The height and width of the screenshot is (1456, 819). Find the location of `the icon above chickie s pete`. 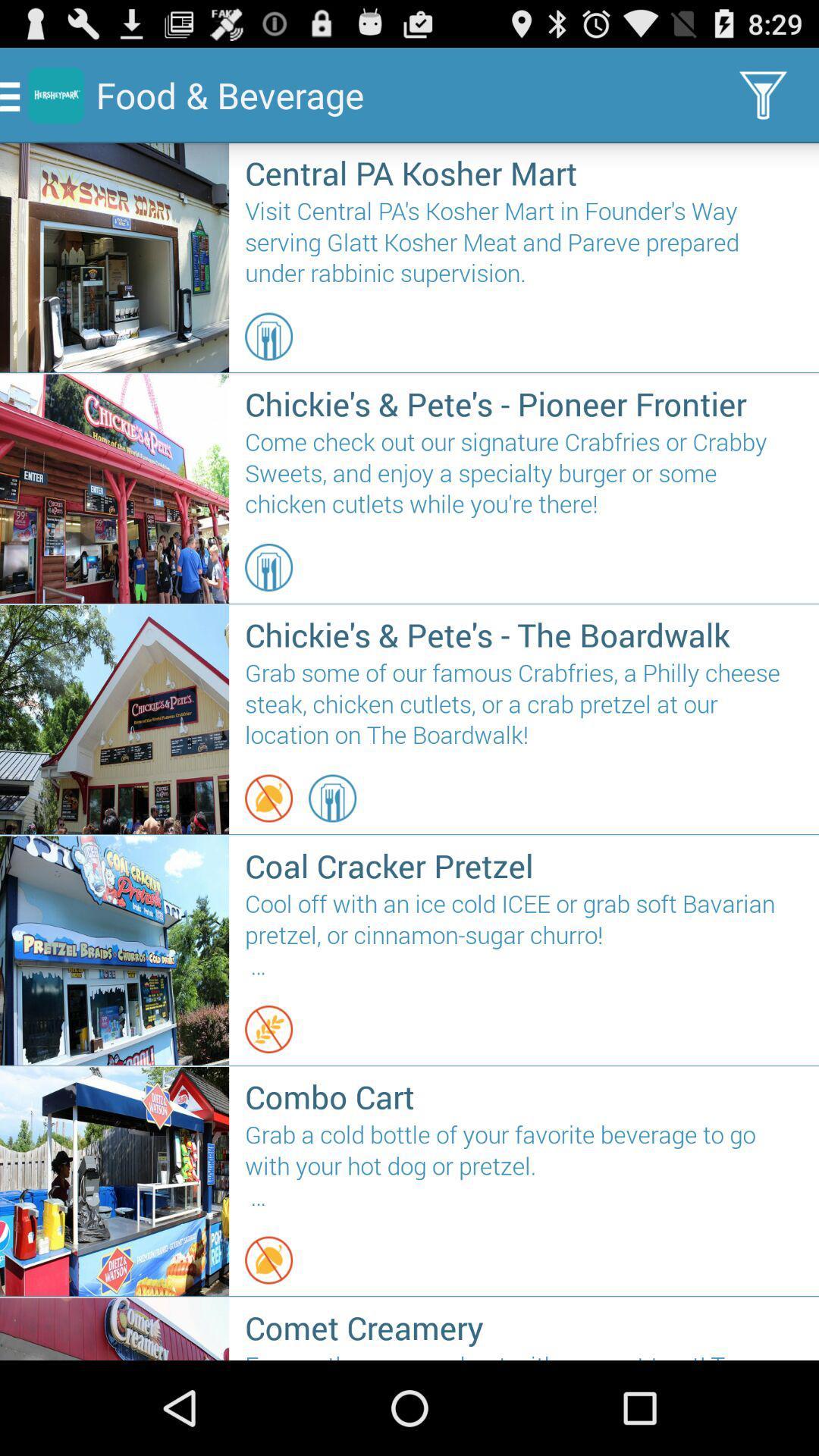

the icon above chickie s pete is located at coordinates (268, 336).